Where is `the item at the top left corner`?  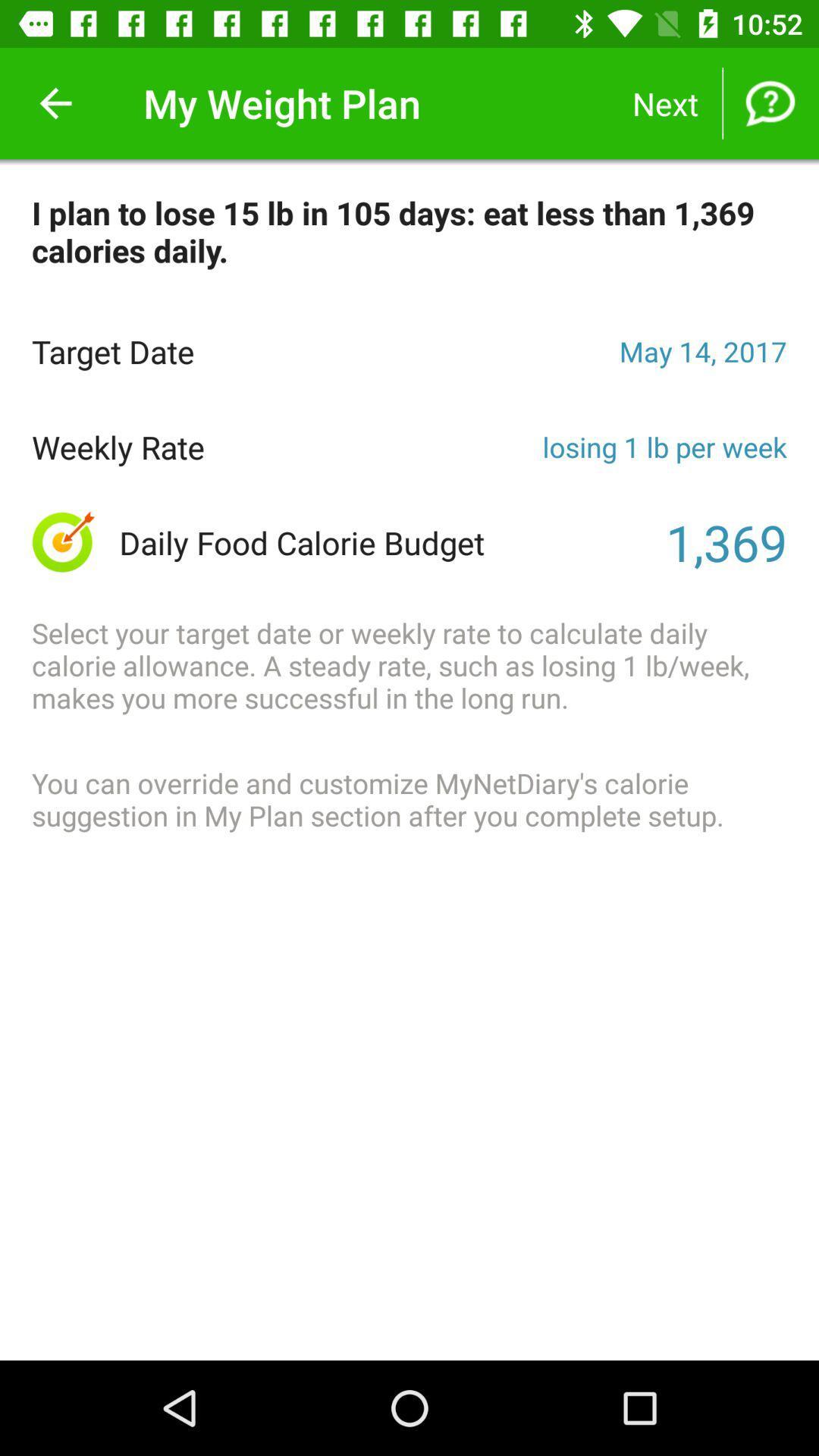 the item at the top left corner is located at coordinates (55, 102).